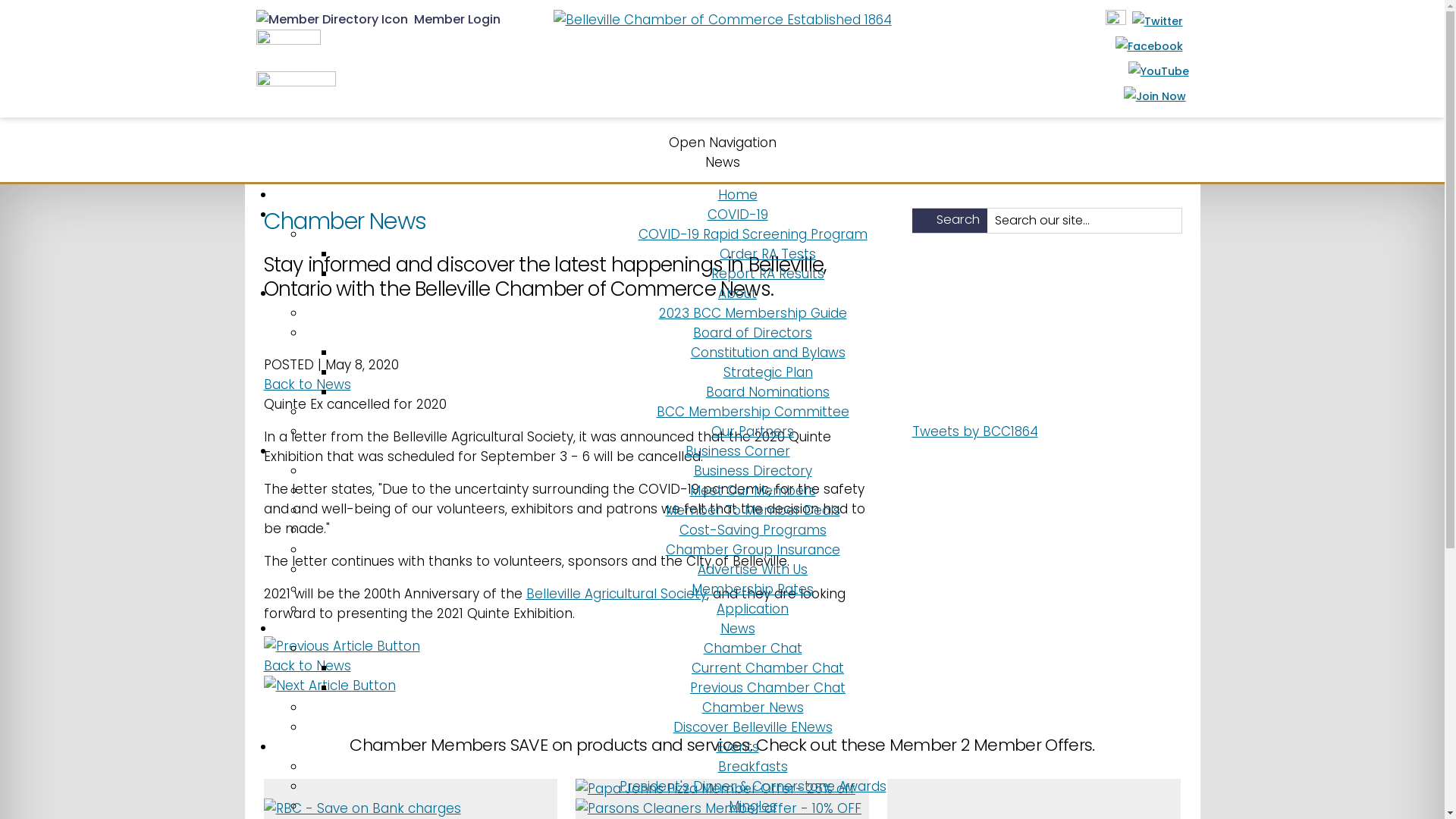  Describe the element at coordinates (616, 593) in the screenshot. I see `'Belleville Agricultural Society'` at that location.